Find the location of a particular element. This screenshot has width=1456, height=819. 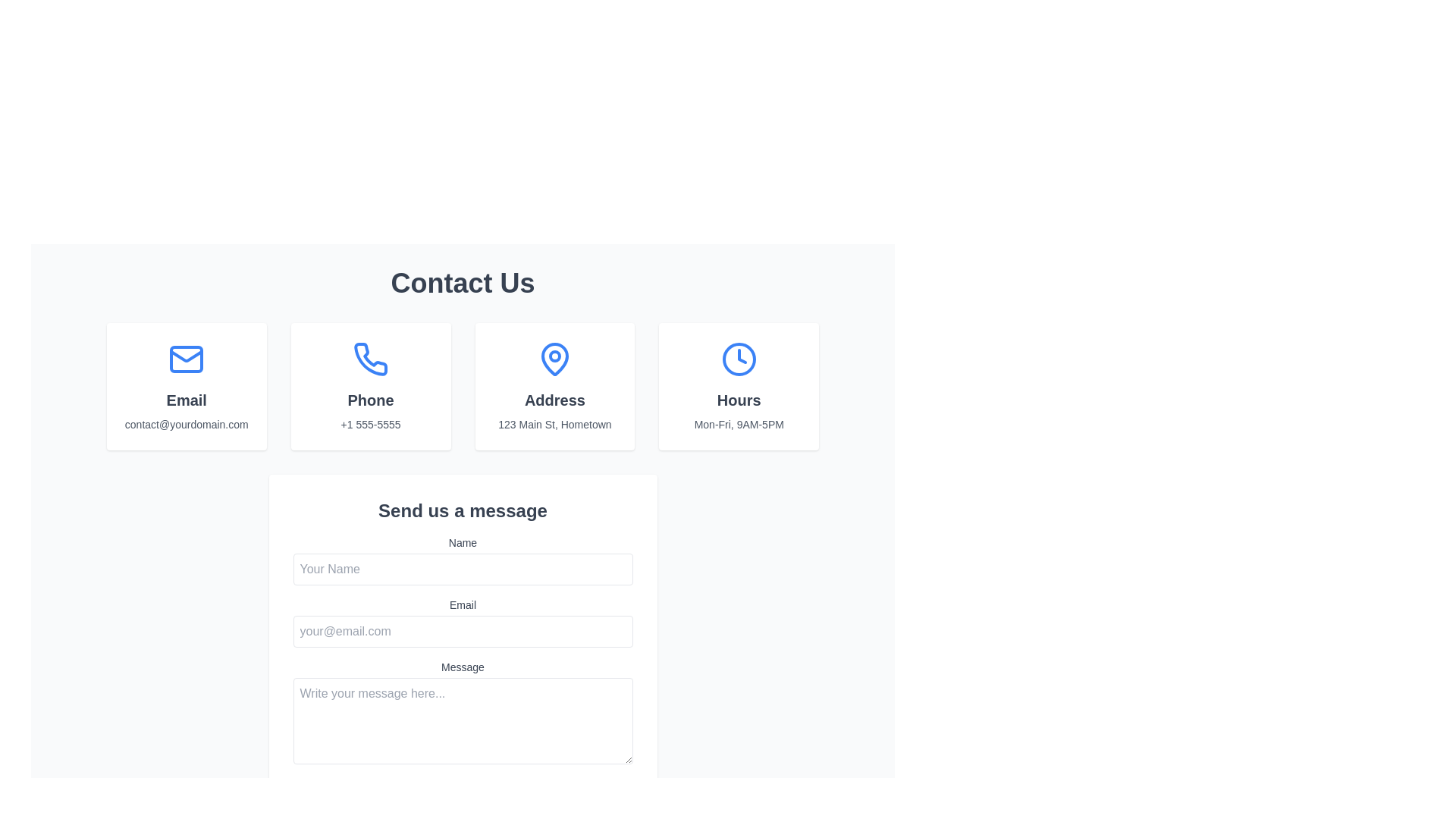

text label that says 'Message', which is positioned above the text area input field in the 'Send us a message' form is located at coordinates (462, 666).